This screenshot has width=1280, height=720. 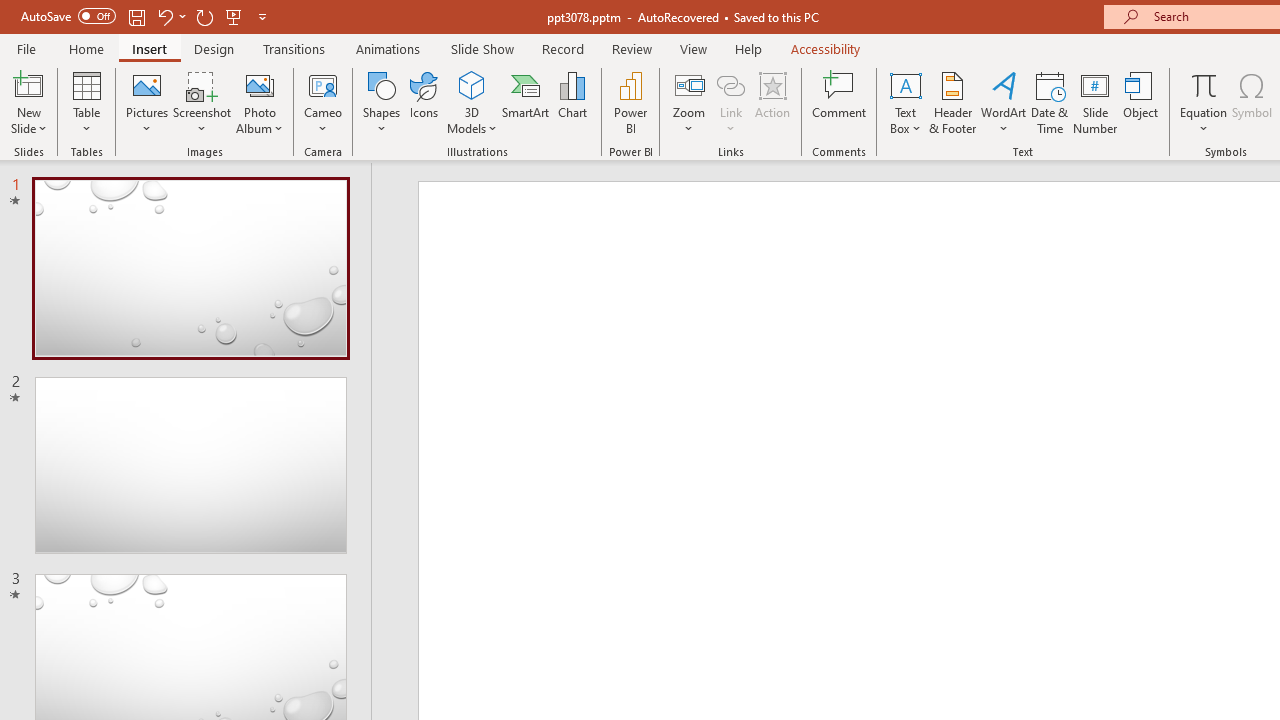 I want to click on 'Power BI', so click(x=630, y=103).